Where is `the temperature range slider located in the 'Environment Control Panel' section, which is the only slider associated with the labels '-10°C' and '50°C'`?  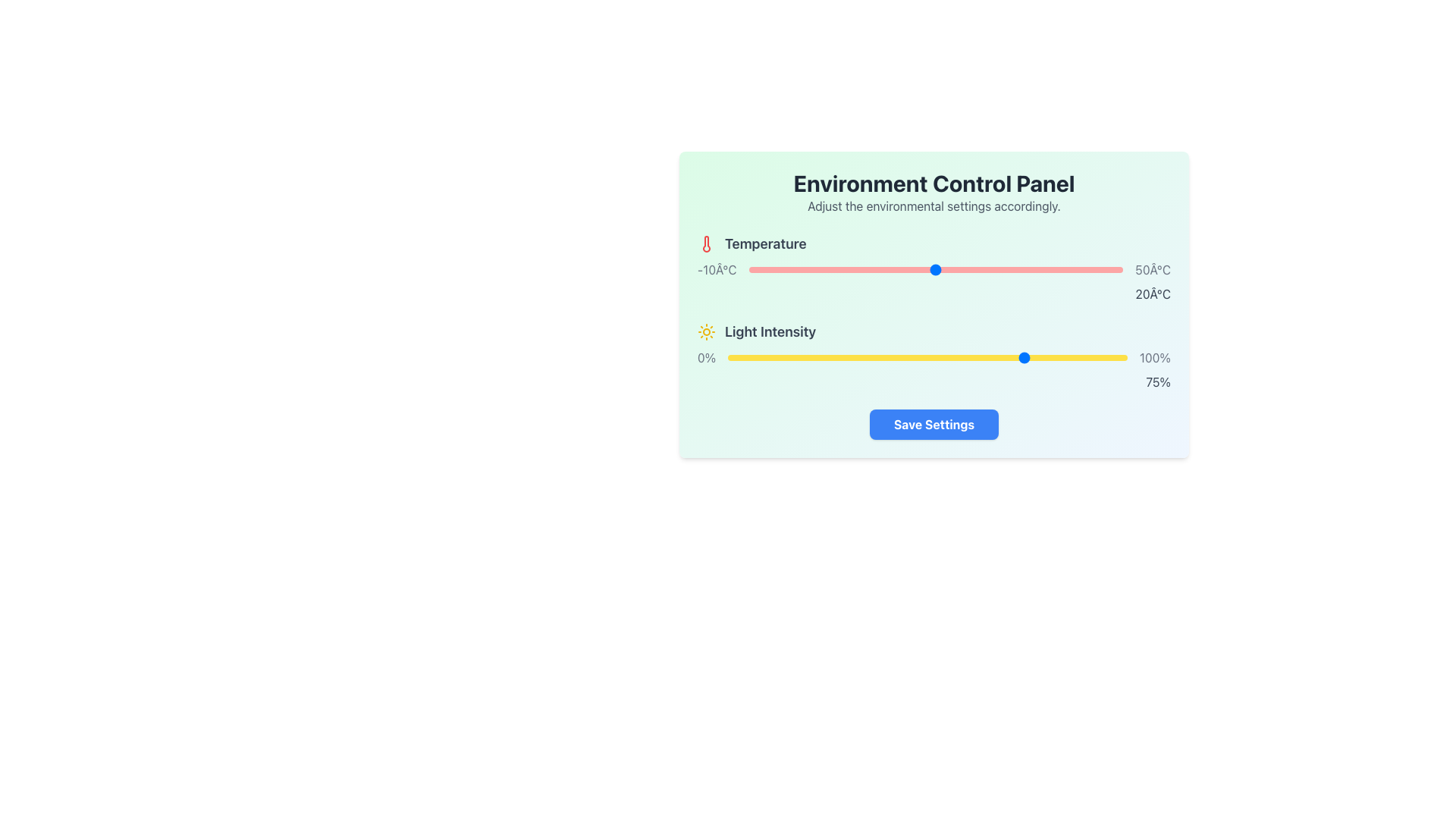 the temperature range slider located in the 'Environment Control Panel' section, which is the only slider associated with the labels '-10°C' and '50°C' is located at coordinates (935, 268).